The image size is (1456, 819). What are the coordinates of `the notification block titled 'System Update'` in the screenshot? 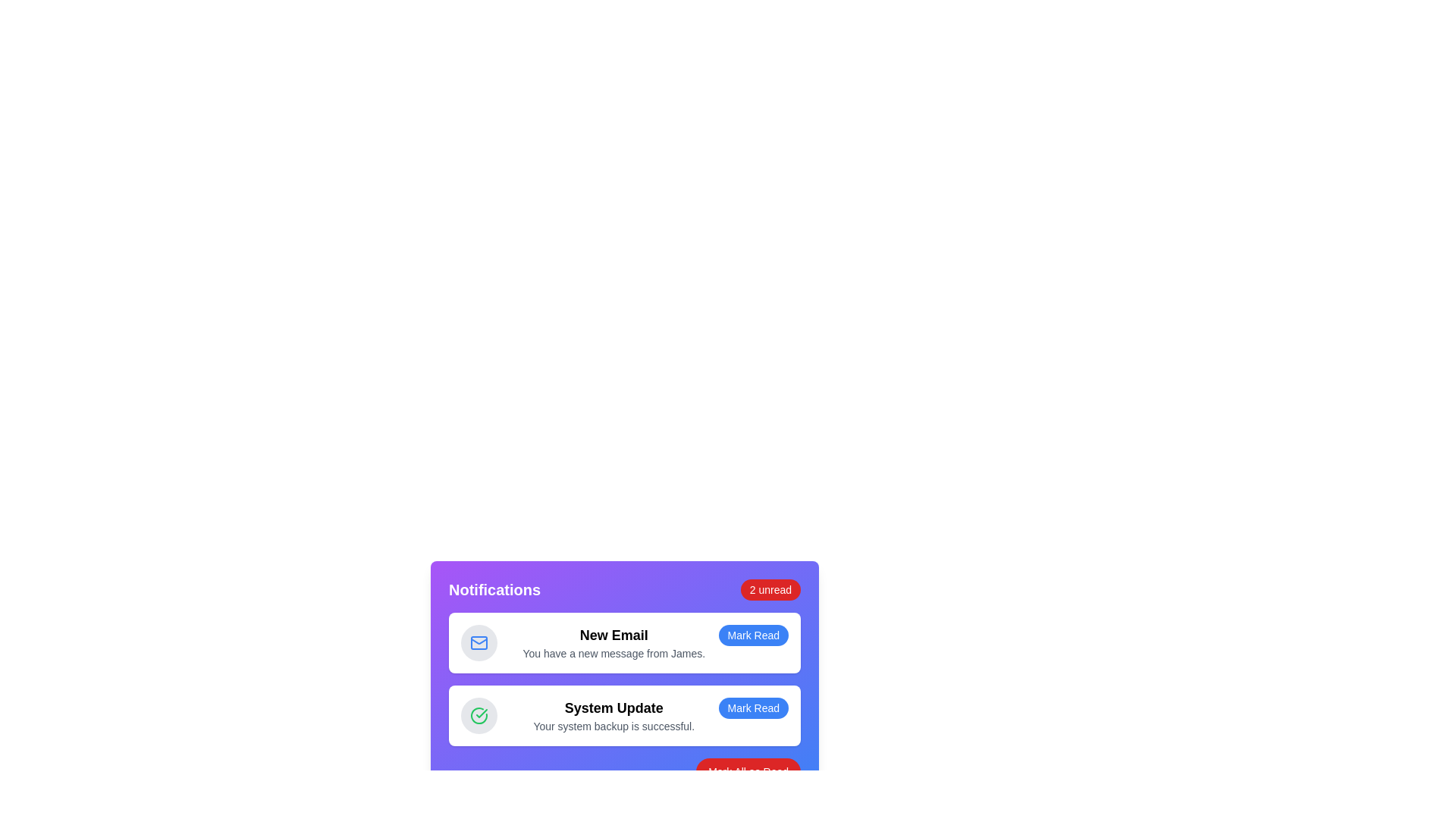 It's located at (625, 716).